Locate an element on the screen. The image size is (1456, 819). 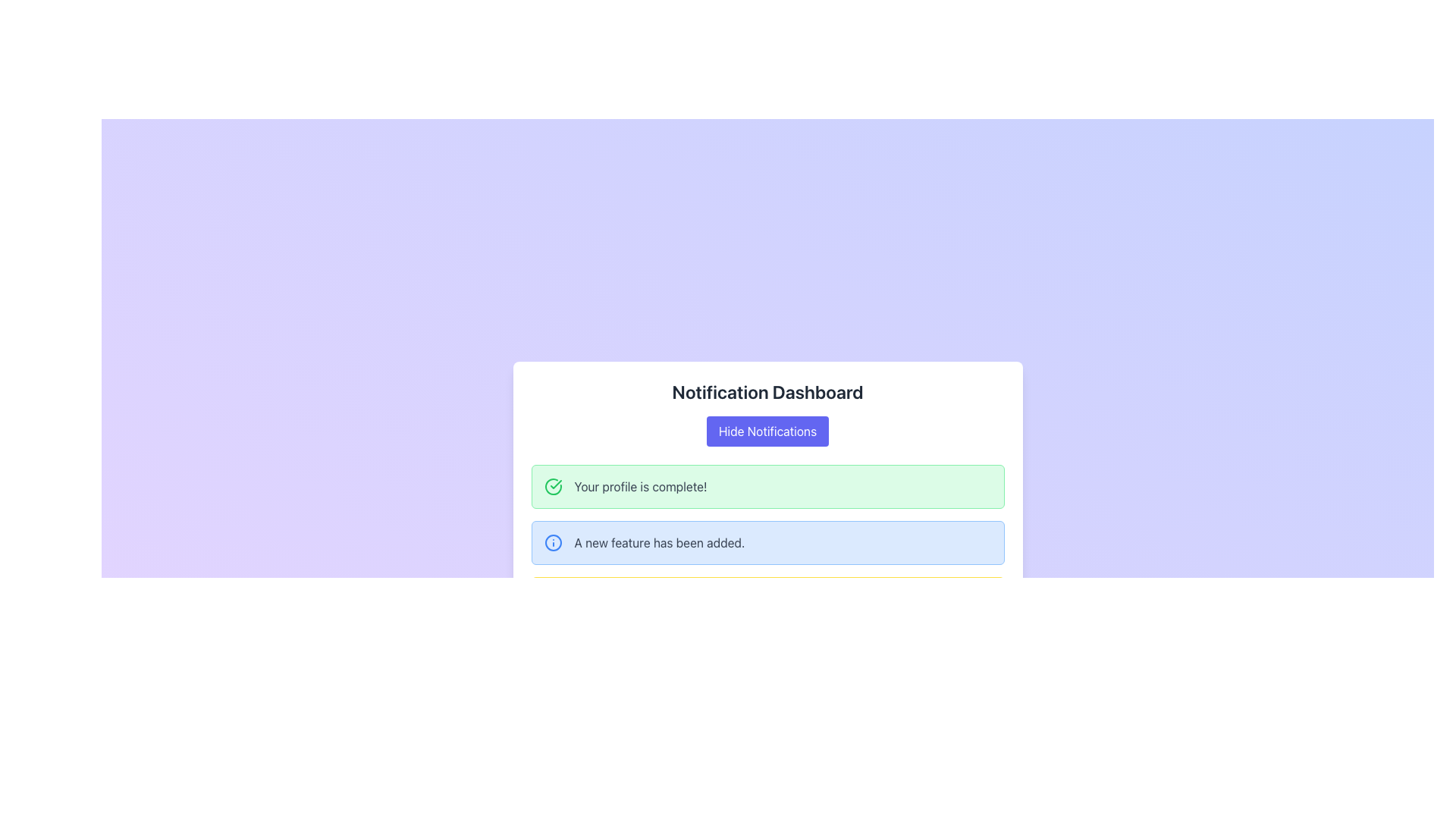
the green checkmark icon located on the left side of the notification message within the main notification listing area is located at coordinates (555, 485).